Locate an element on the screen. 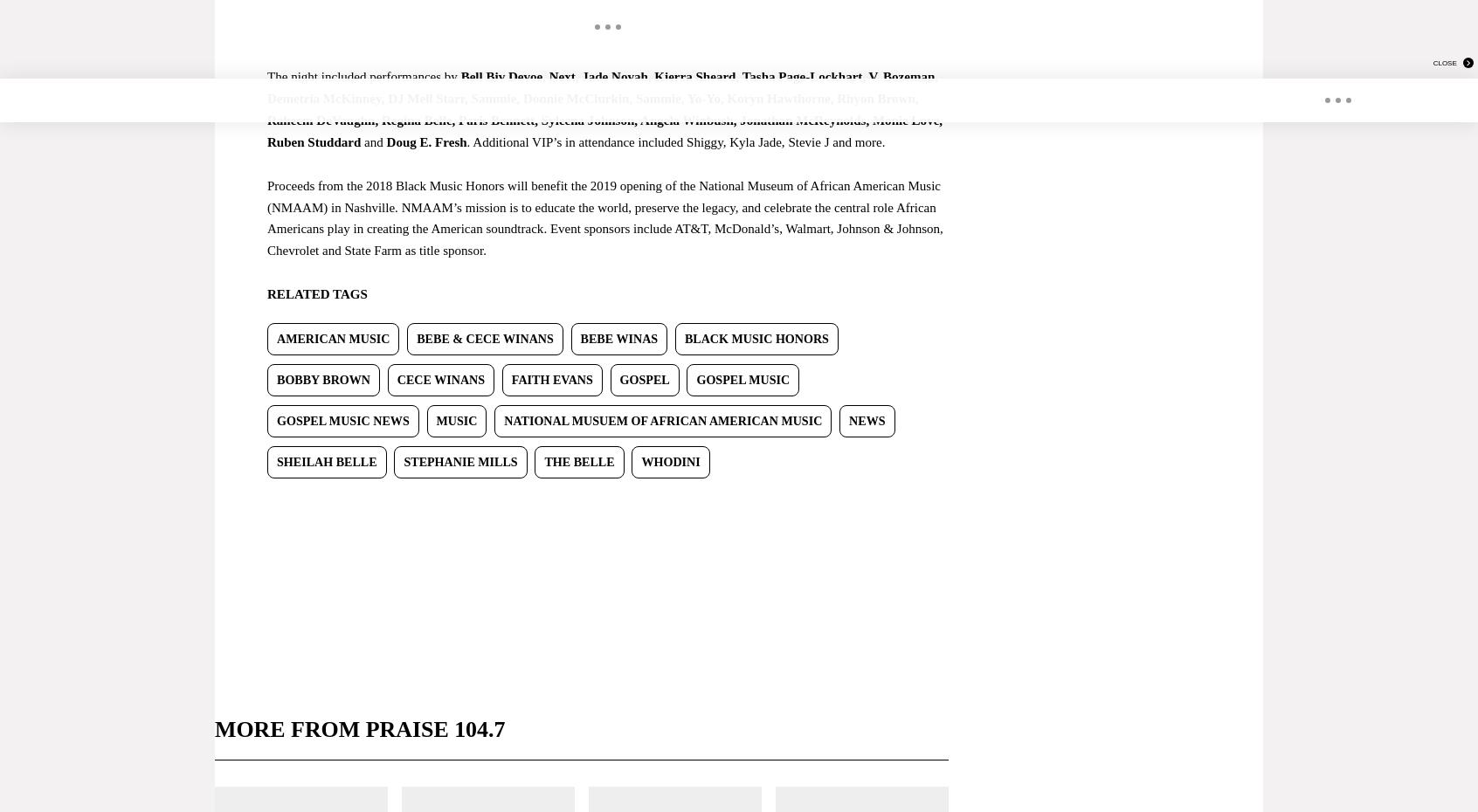 The width and height of the screenshot is (1478, 812). 'Bell Biv Devoe, Next, Jade Novah, Kierra Sheard, Tasha Page-Lockhart, V. Bozeman, Demetria McKinney, DJ Mell Starr, Sammie, Donnie McClurkin, Sammie, Yo-Yo, Koryn Hawthorne, Rhyon Brown, Raheem DeVaughn, Regina Belle, Paris Bennett, Syleena Johnson, Angela Winbush, Jonathan McReynolds, Monie Love, Ruben Studdard' is located at coordinates (604, 108).